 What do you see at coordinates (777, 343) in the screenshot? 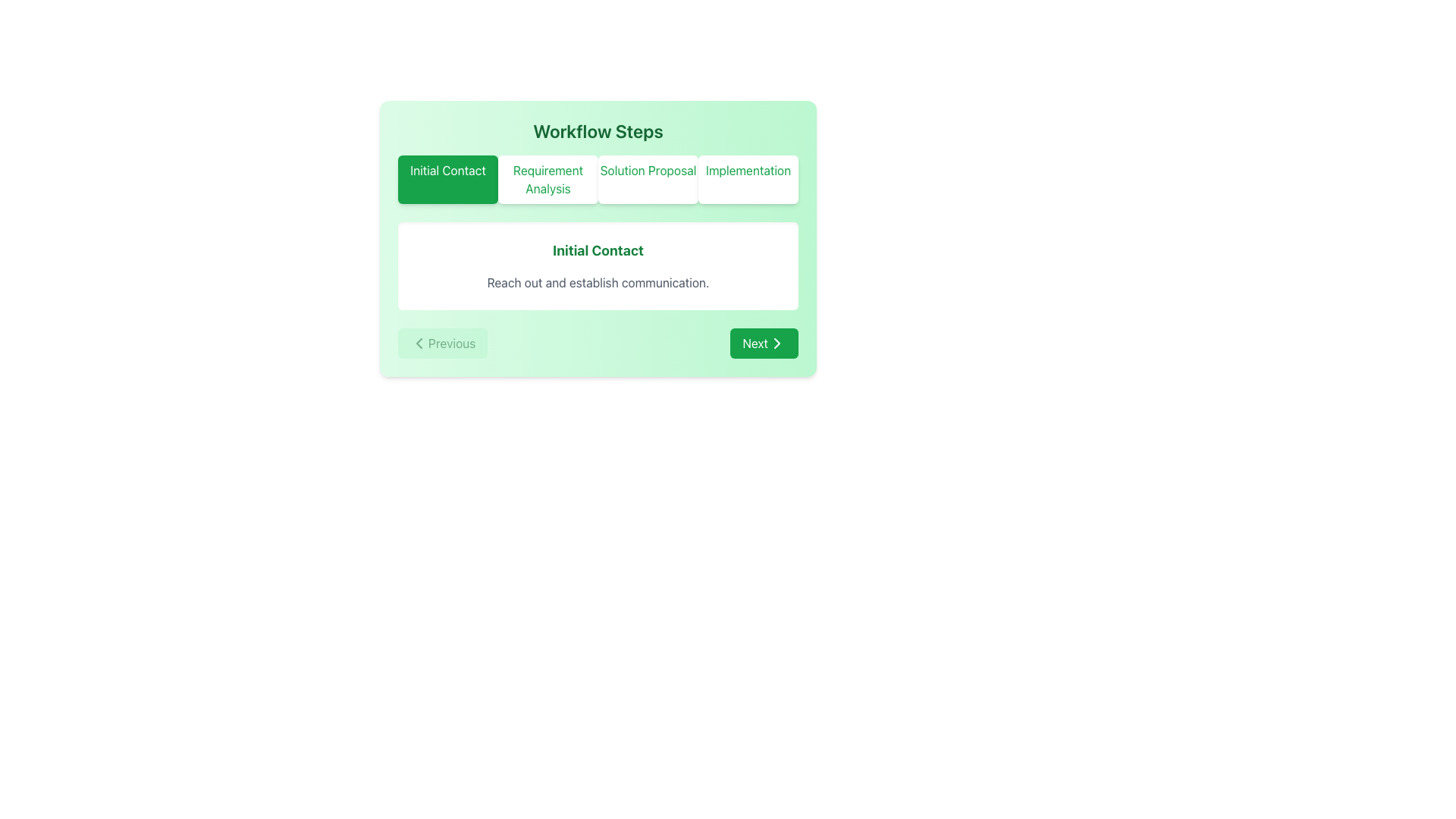
I see `the 'Next' button, which contains a right-pointing chevron icon` at bounding box center [777, 343].